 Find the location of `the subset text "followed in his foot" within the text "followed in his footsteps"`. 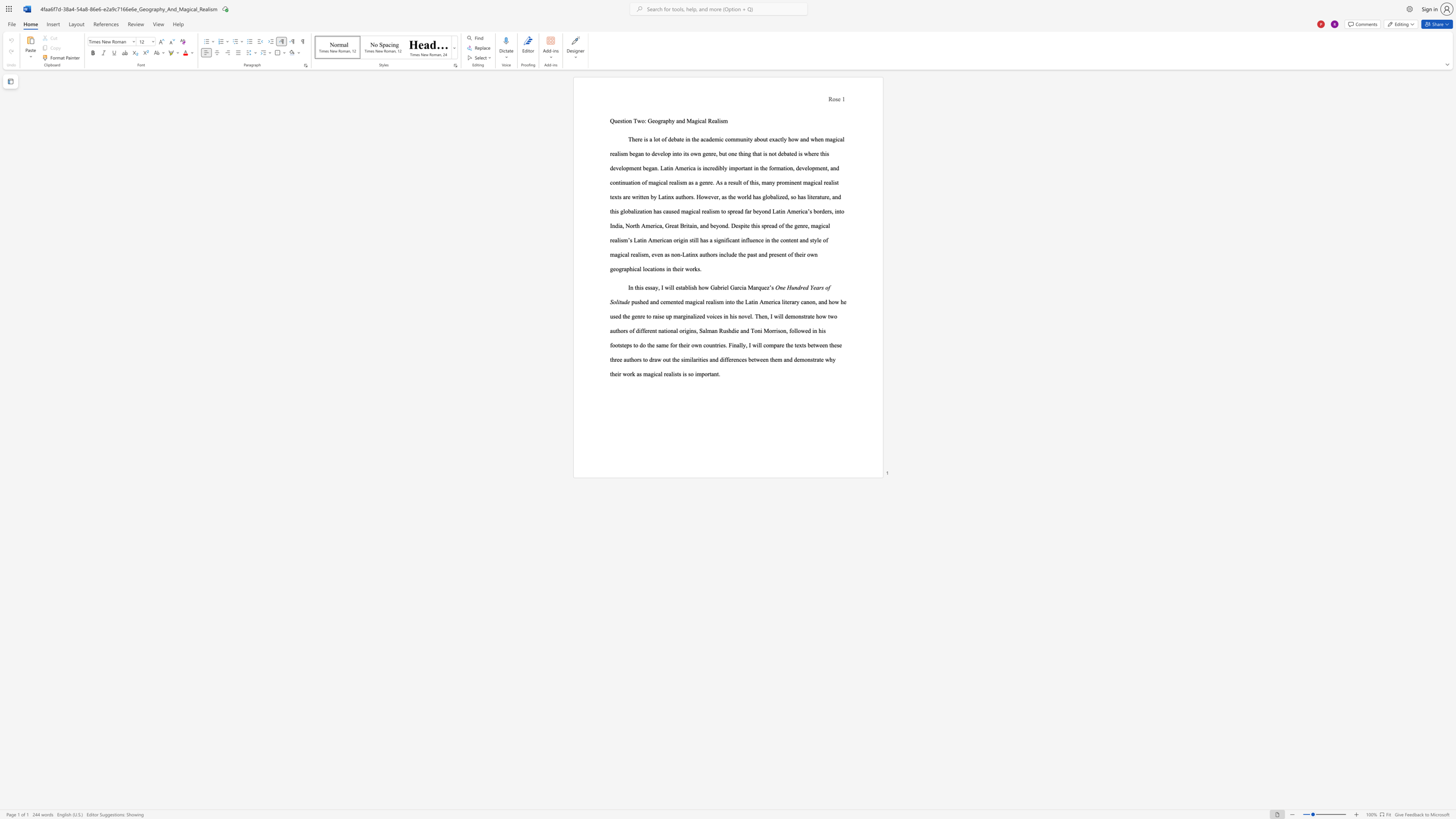

the subset text "followed in his foot" within the text "followed in his footsteps" is located at coordinates (789, 330).